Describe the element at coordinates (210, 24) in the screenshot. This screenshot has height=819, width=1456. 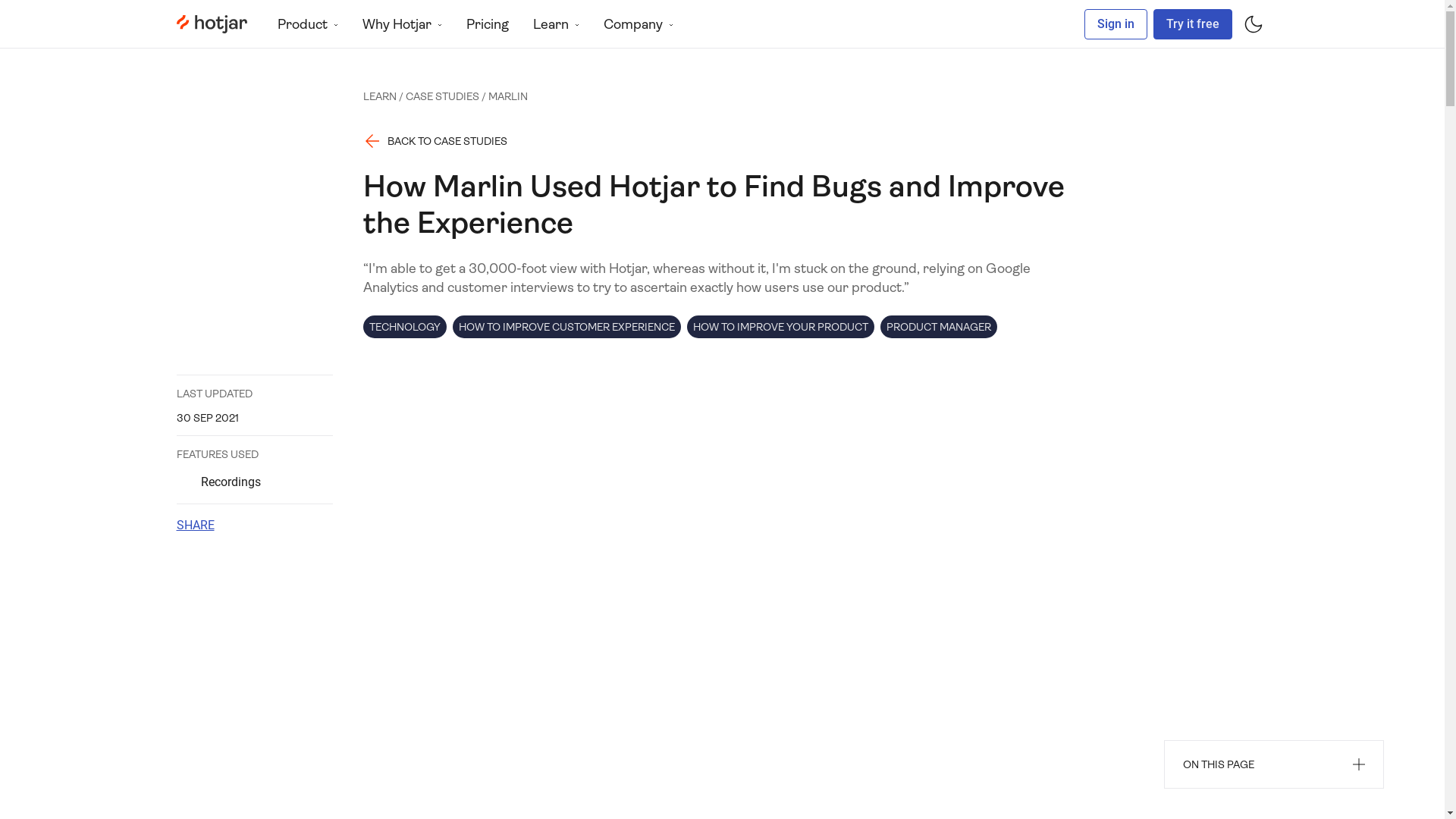
I see `'Hotjar Logo'` at that location.